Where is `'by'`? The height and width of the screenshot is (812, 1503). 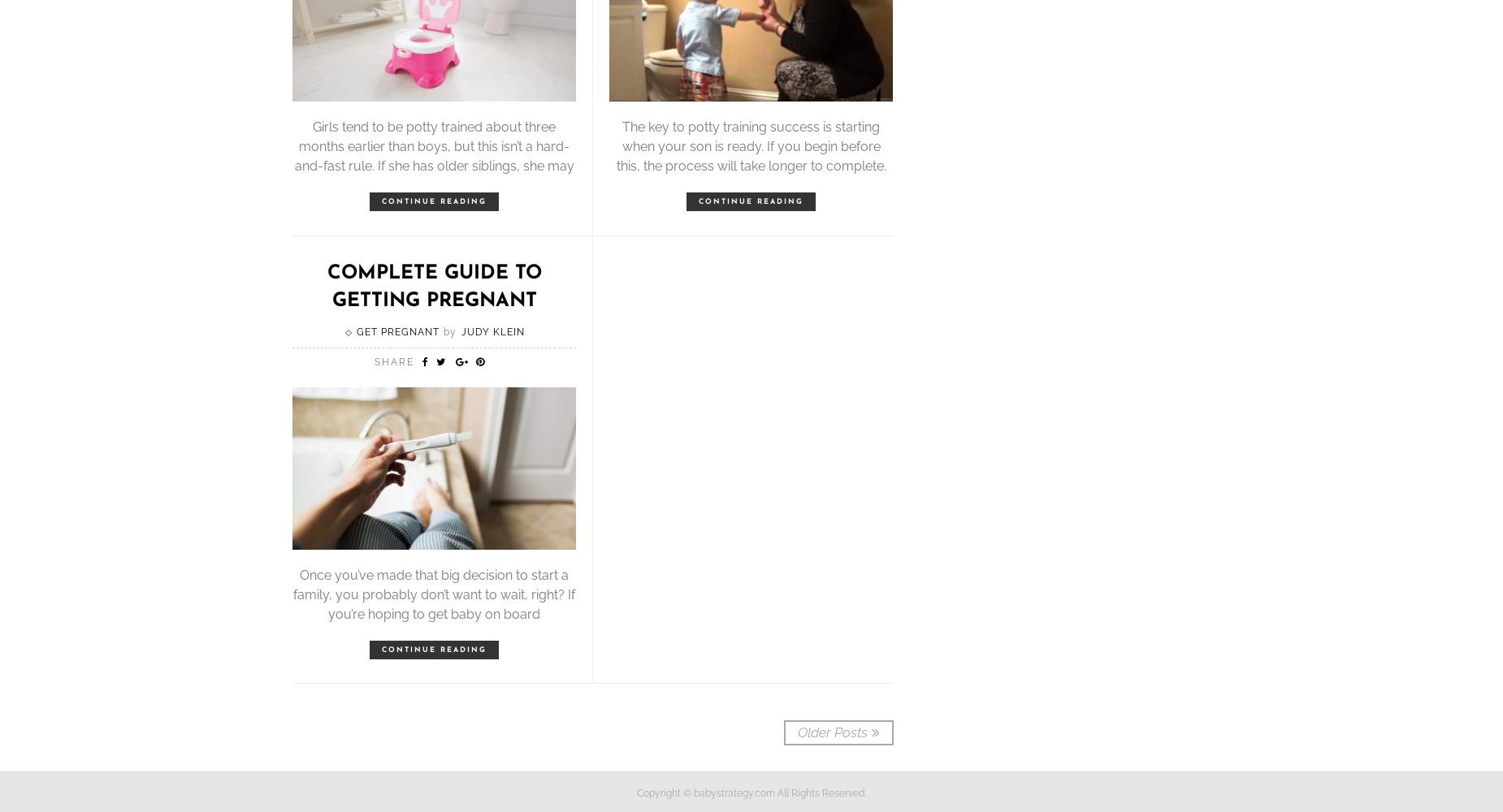
'by' is located at coordinates (448, 332).